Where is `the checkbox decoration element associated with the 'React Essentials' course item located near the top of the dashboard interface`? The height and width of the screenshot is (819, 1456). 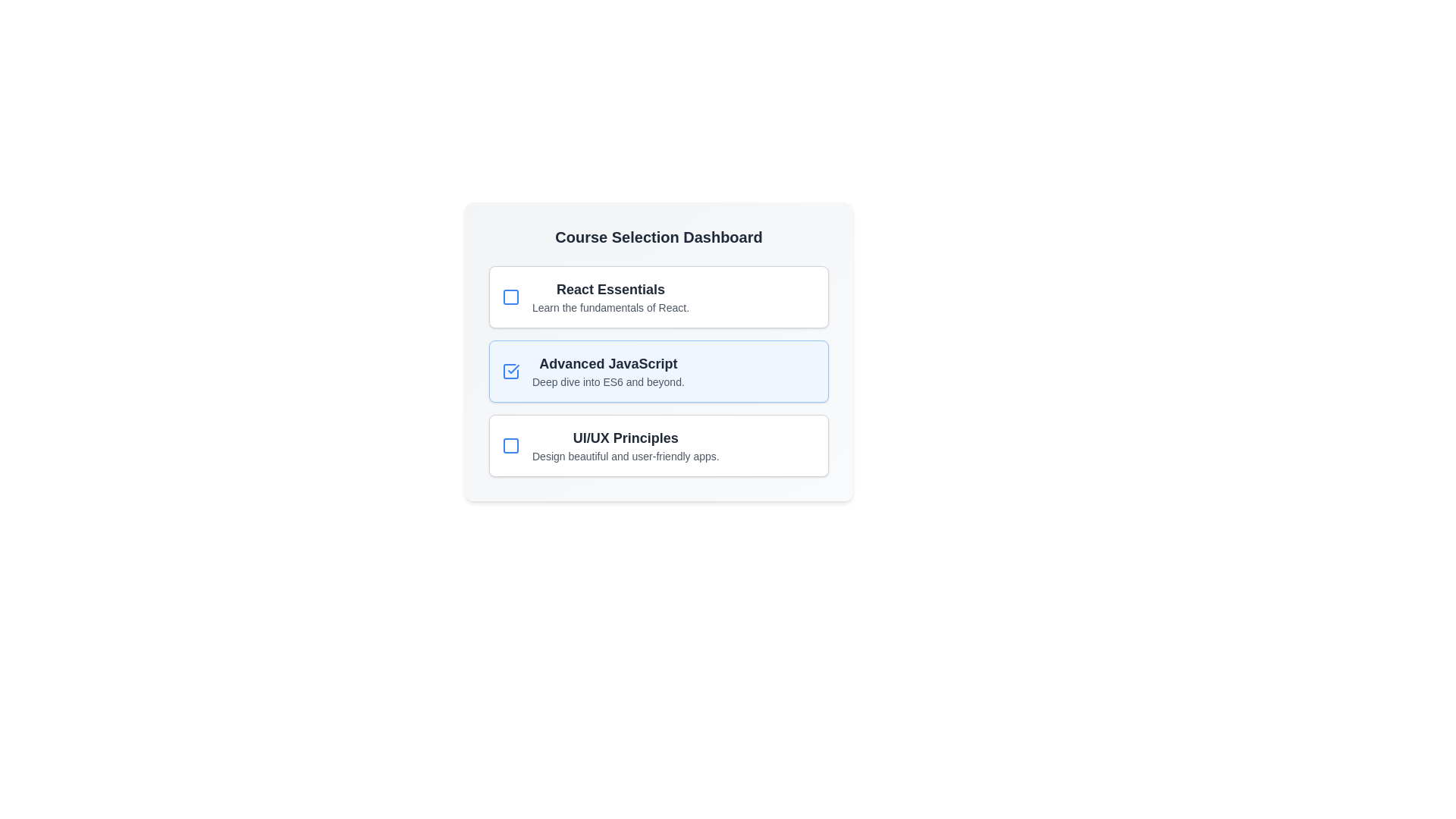
the checkbox decoration element associated with the 'React Essentials' course item located near the top of the dashboard interface is located at coordinates (510, 297).